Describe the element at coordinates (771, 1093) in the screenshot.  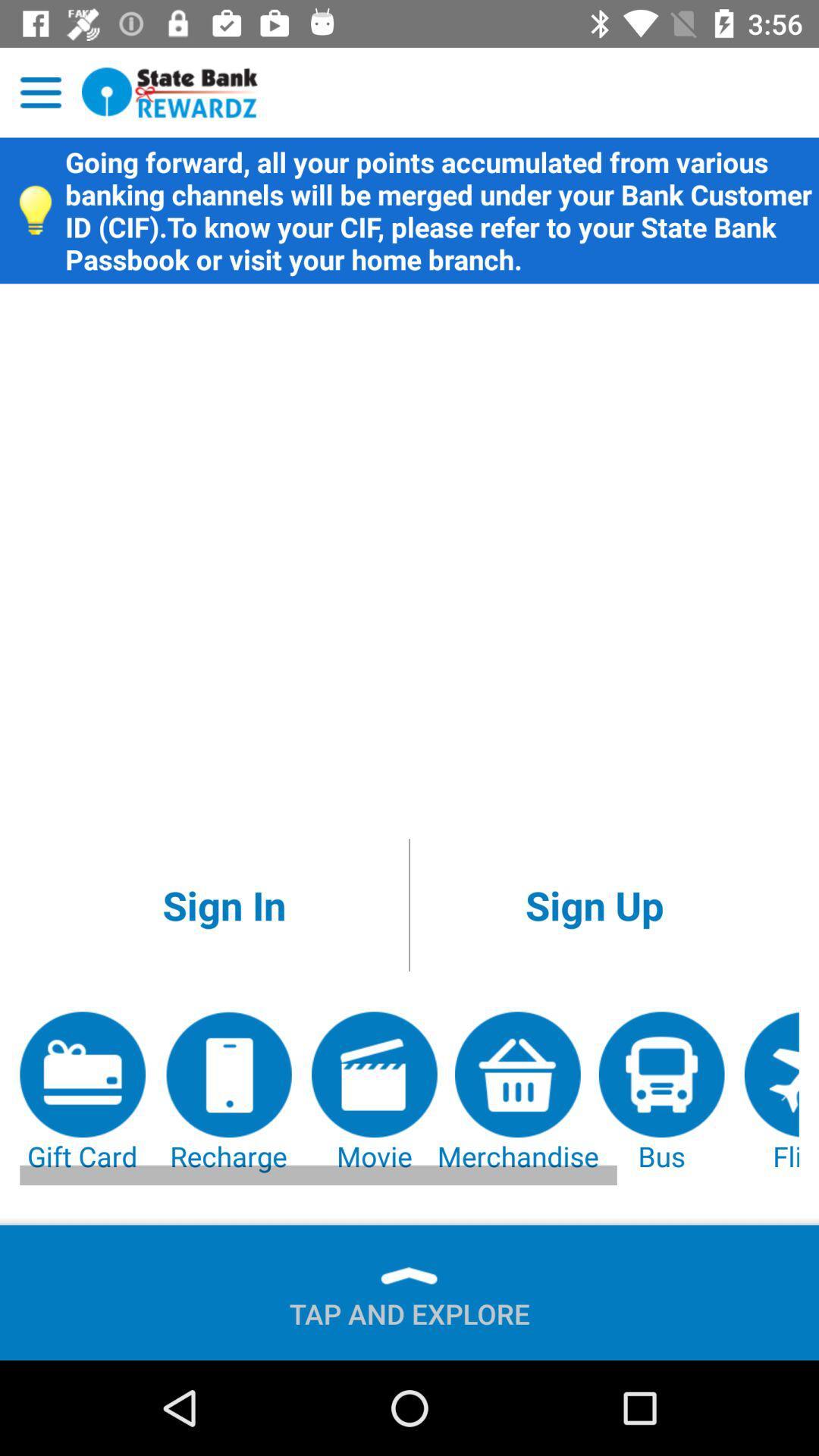
I see `the flight` at that location.